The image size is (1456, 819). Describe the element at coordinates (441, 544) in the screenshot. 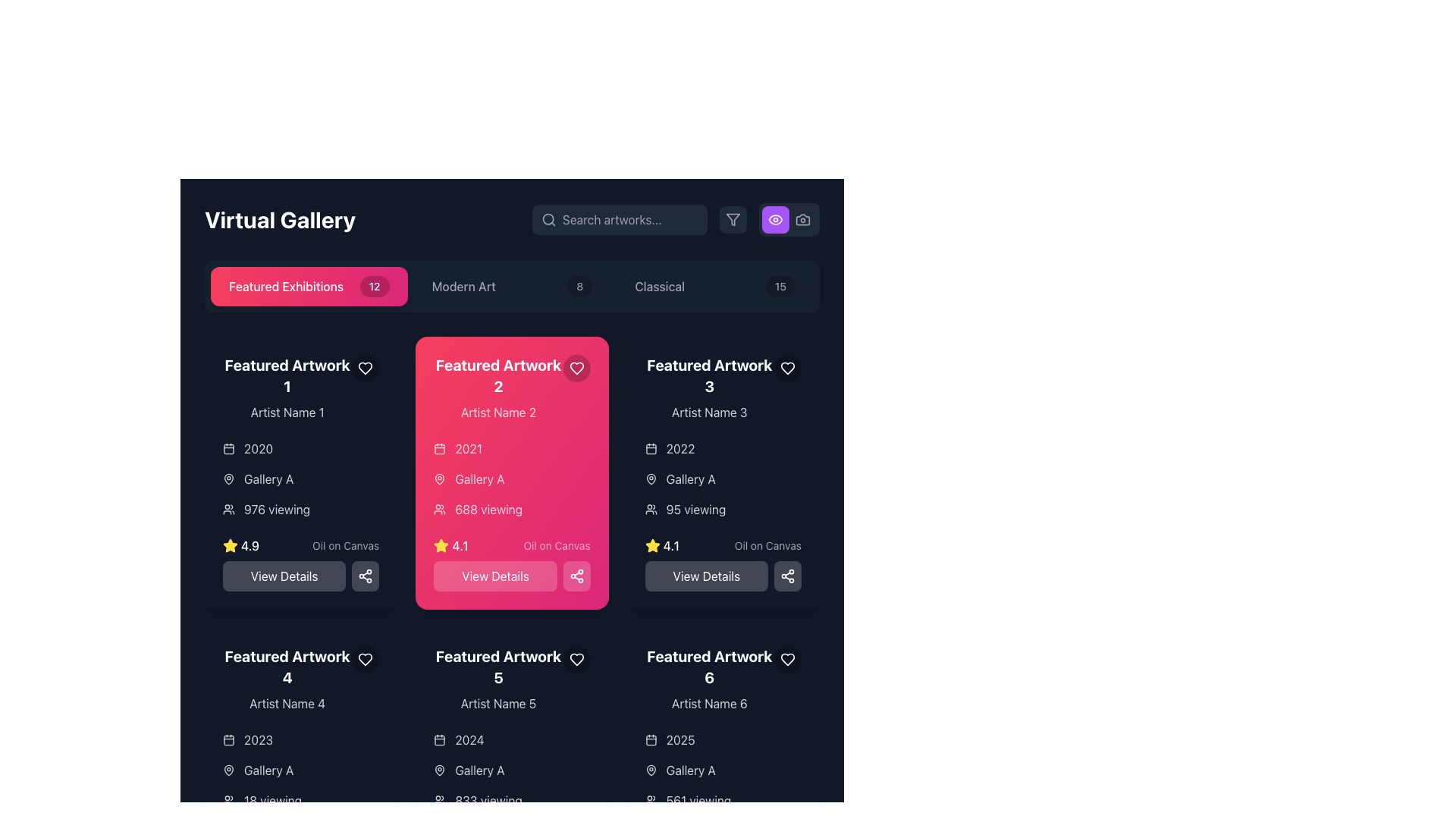

I see `the yellow star icon representing the rating symbol for 'Featured Artwork 2', located beneath the viewing count and next to the artwork's rating text` at that location.